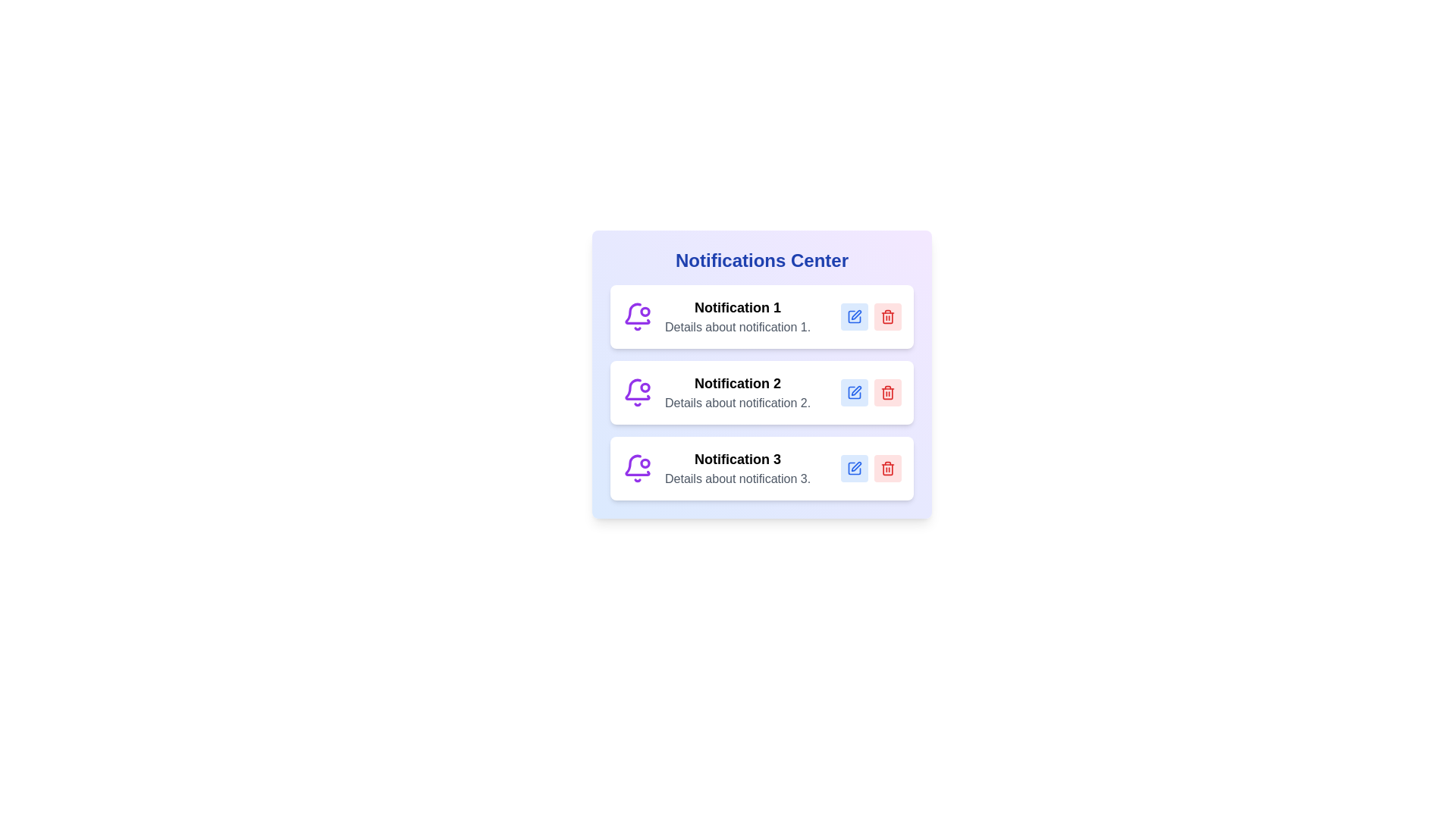 The image size is (1456, 819). I want to click on the delete icon button located next to the blue edit icon in the 'Notification 1' list, so click(888, 315).